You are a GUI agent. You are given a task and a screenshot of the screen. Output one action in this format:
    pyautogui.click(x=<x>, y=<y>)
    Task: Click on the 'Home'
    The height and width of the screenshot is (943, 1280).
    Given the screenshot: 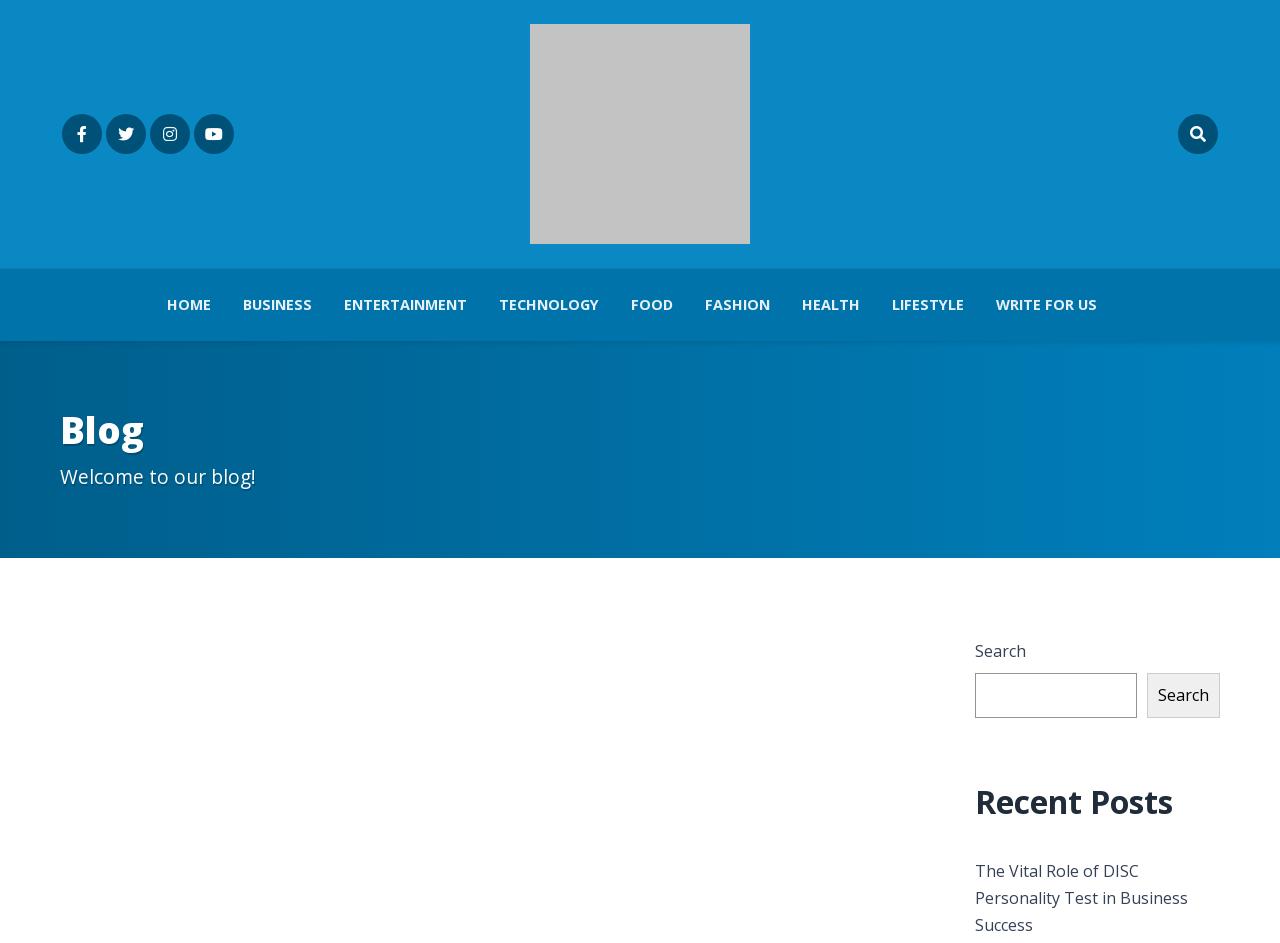 What is the action you would take?
    pyautogui.click(x=189, y=303)
    